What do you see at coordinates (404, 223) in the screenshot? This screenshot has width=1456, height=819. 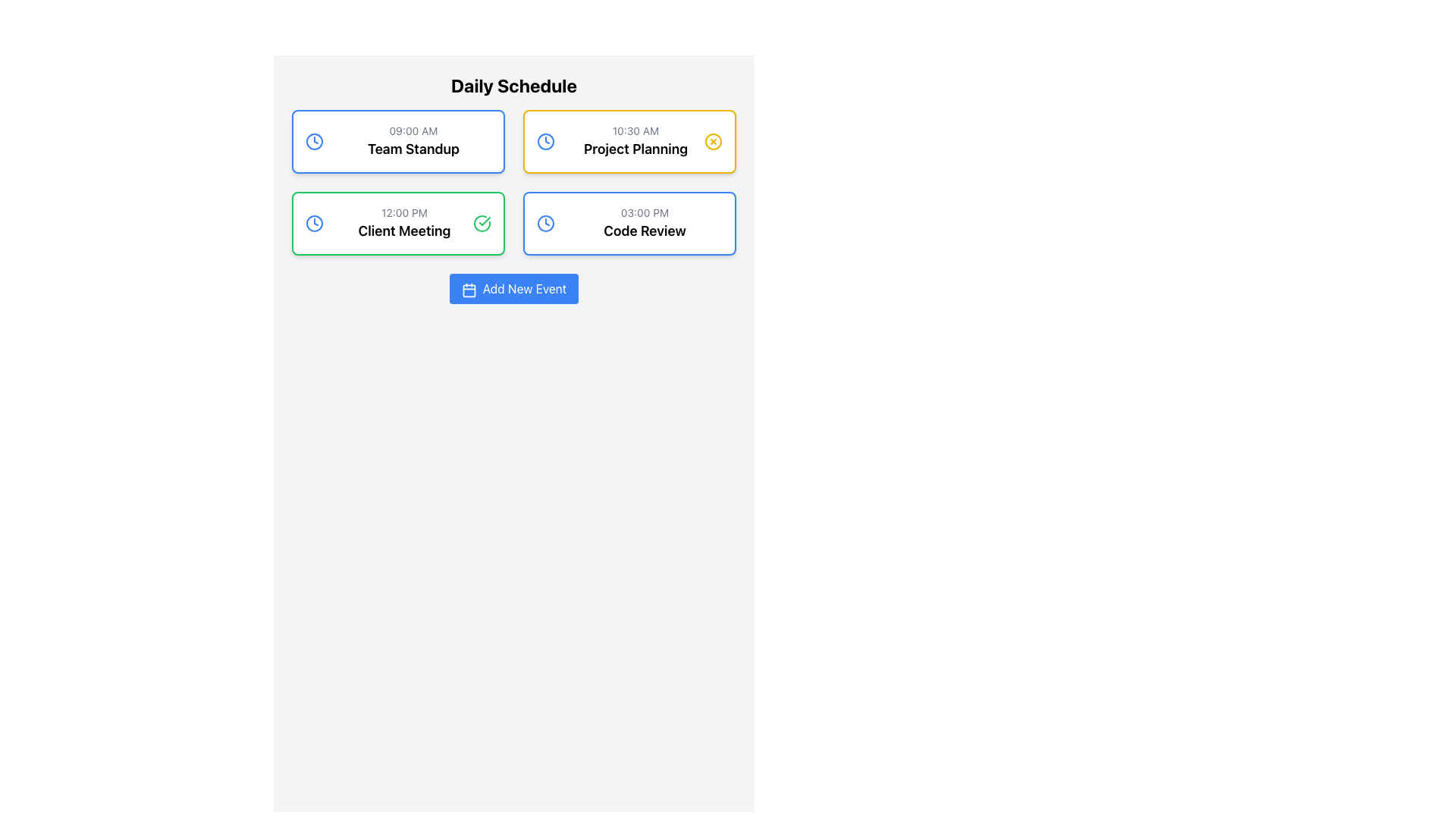 I see `the text block displaying the scheduled event for 'Daily Schedule' at 12:00 PM, located in the second row of the grid layout` at bounding box center [404, 223].